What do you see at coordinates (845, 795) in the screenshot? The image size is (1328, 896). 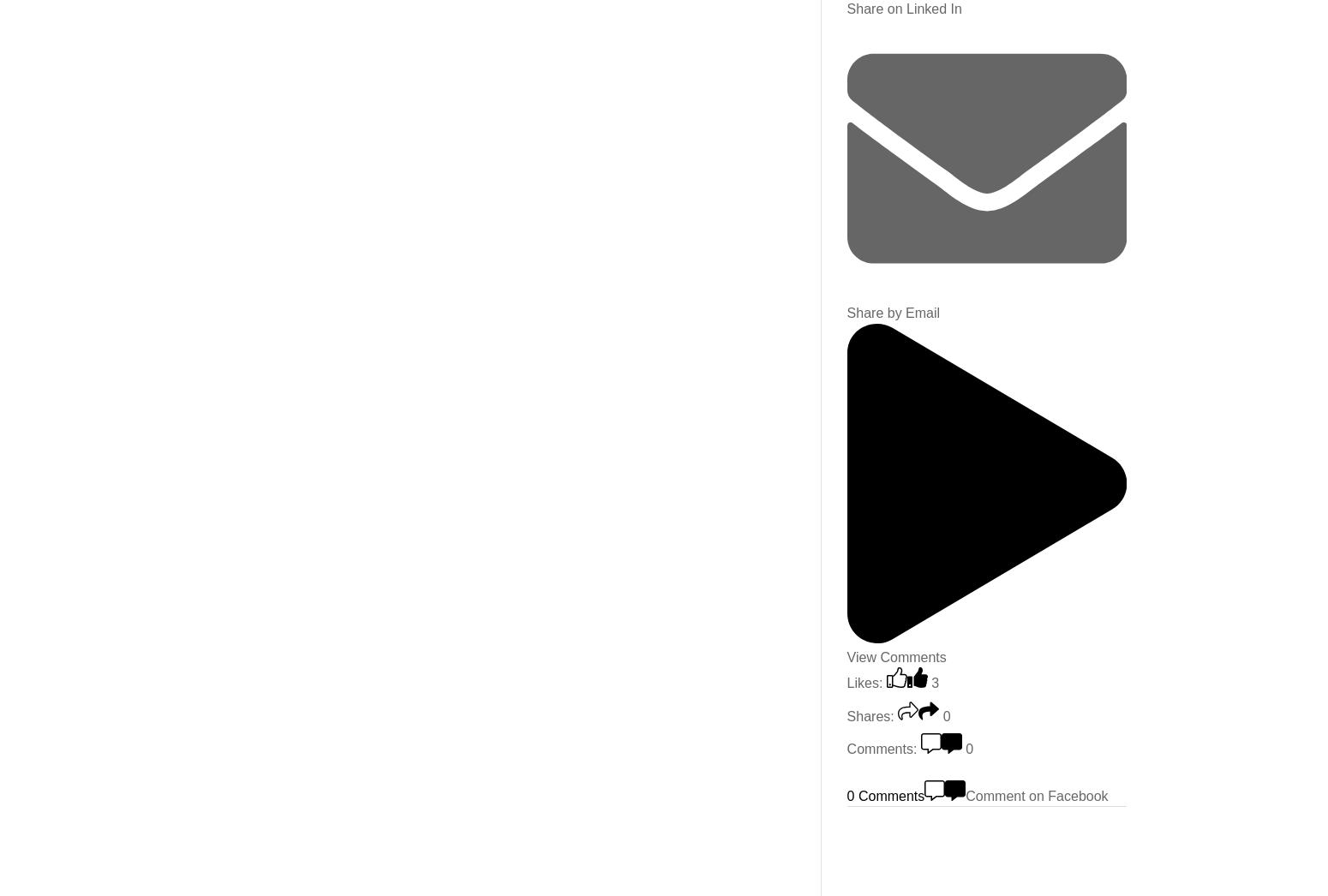 I see `'0 Comments'` at bounding box center [845, 795].